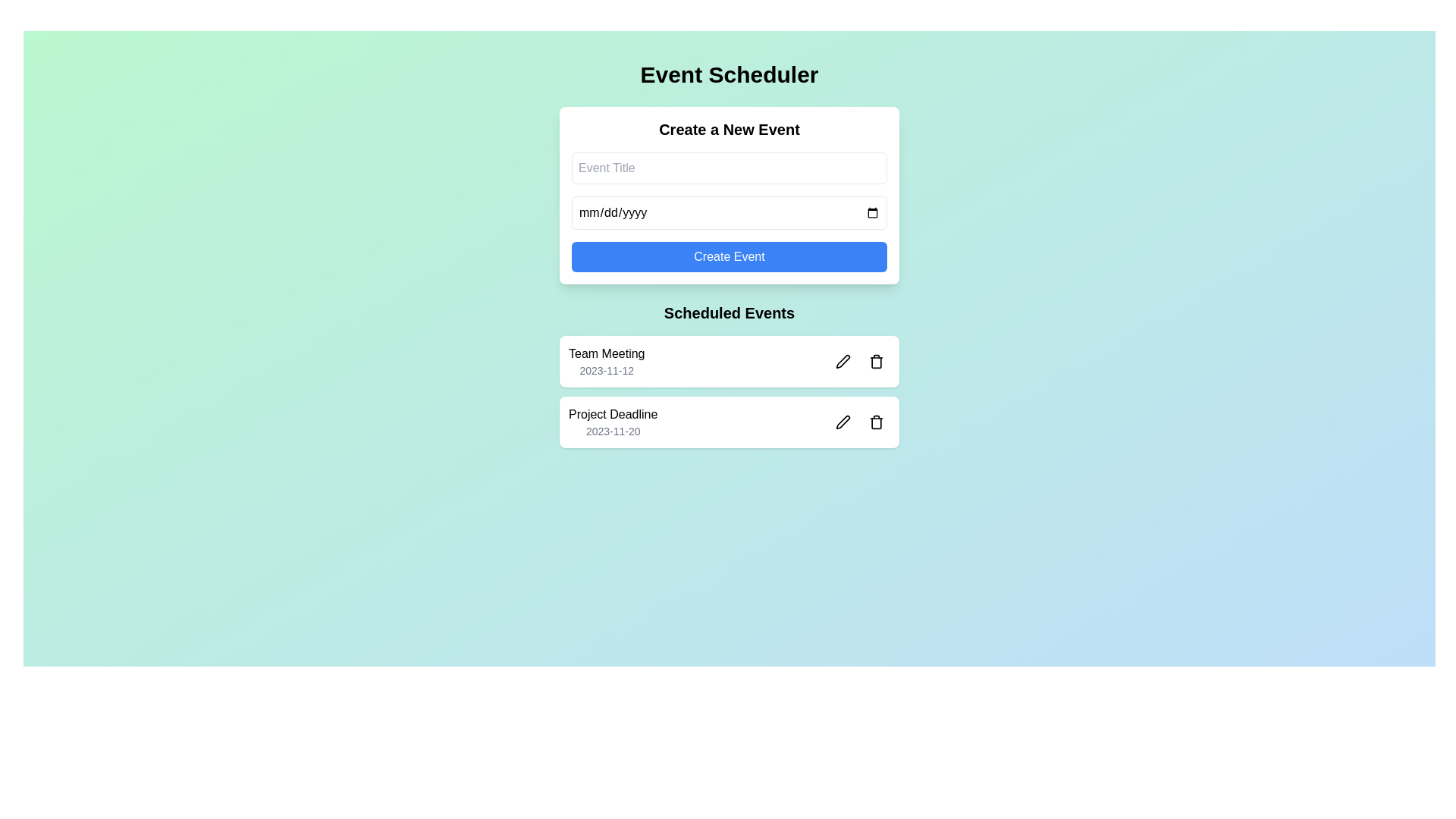  What do you see at coordinates (613, 431) in the screenshot?
I see `the text label displaying the project deadline date, which is located under the 'Scheduled Events' header and complements the 'Project Deadline' label` at bounding box center [613, 431].